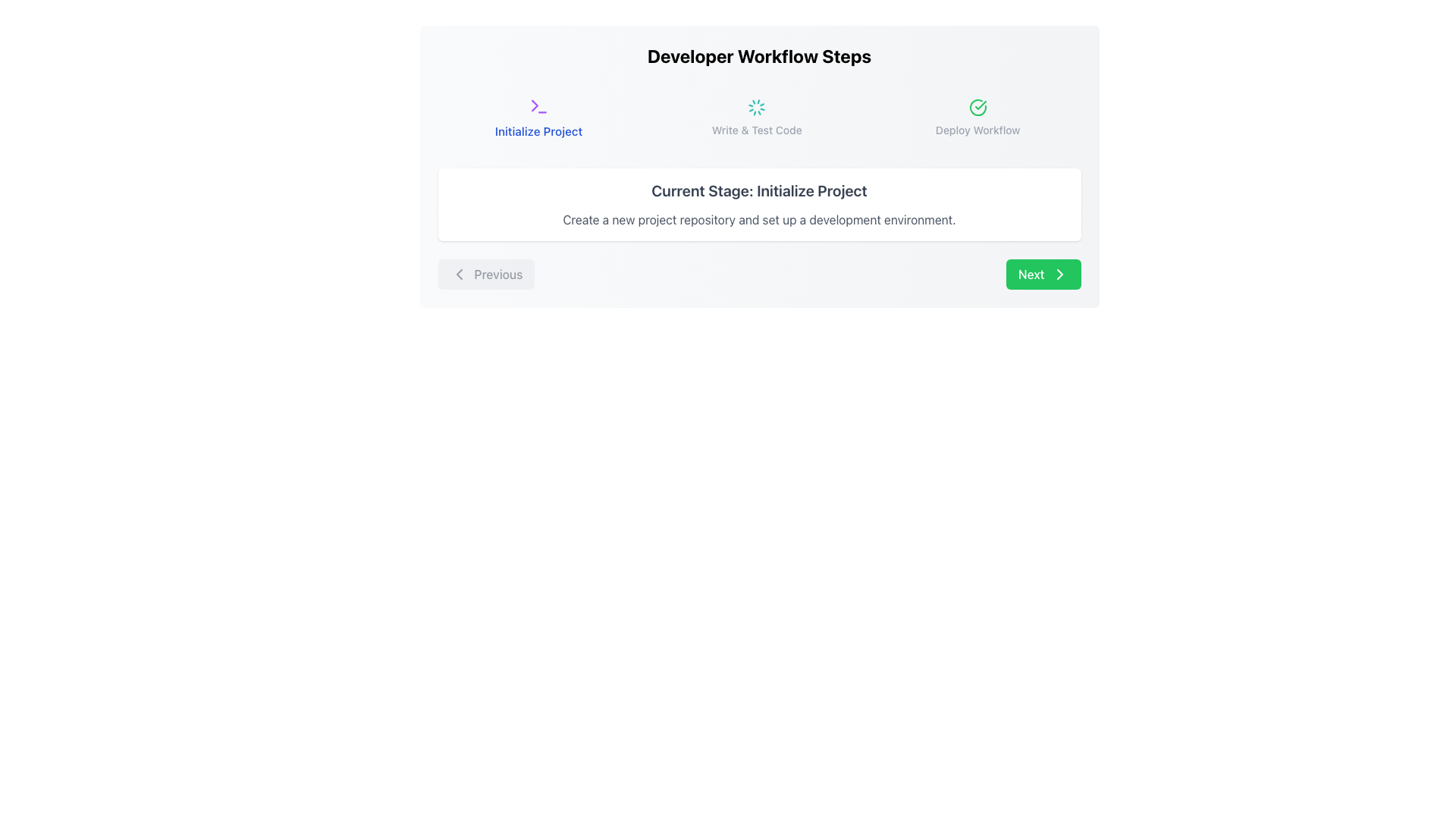 Image resolution: width=1456 pixels, height=819 pixels. Describe the element at coordinates (759, 117) in the screenshot. I see `the second workflow step indicator` at that location.